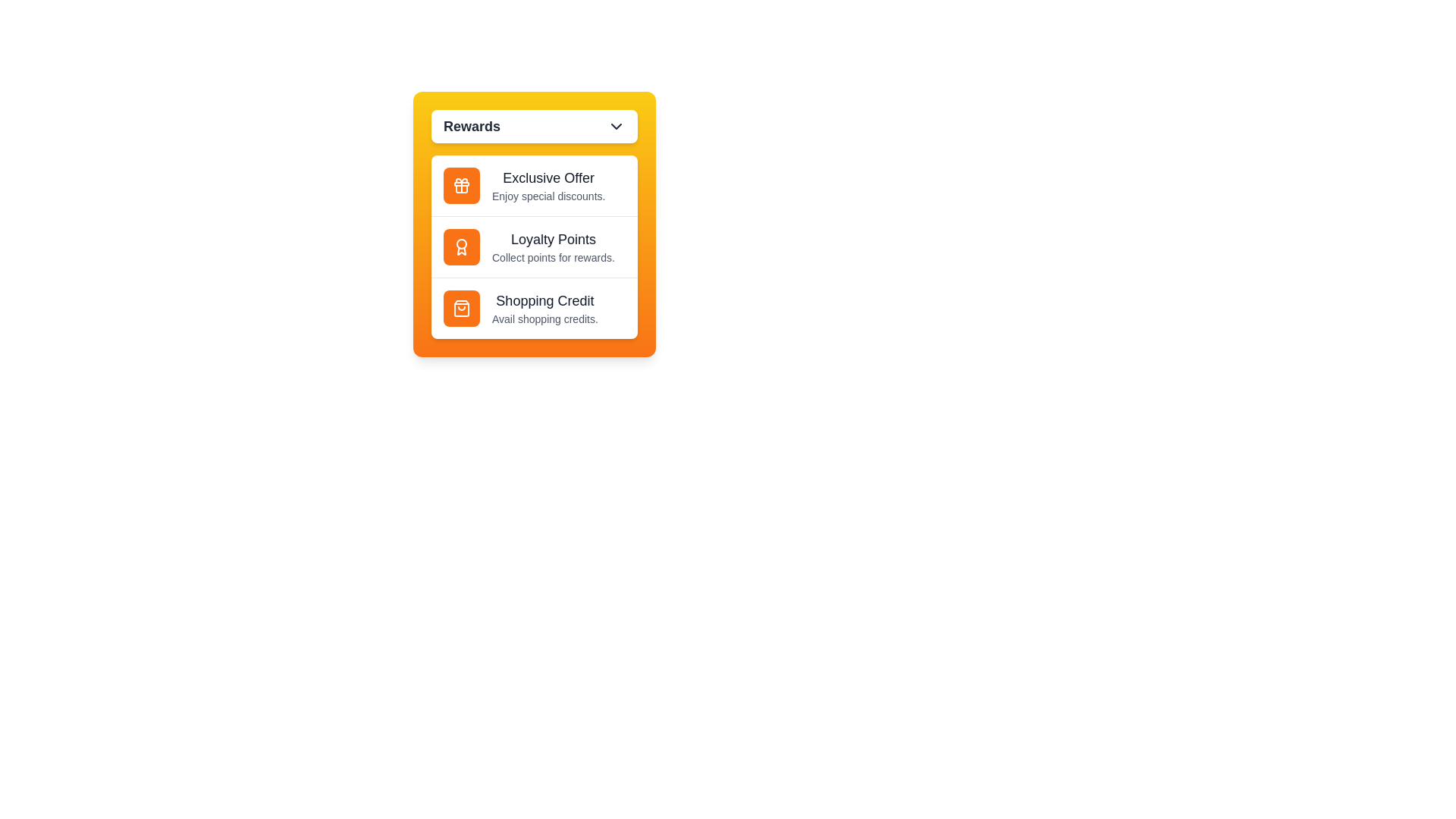 The height and width of the screenshot is (819, 1456). What do you see at coordinates (535, 125) in the screenshot?
I see `the 'Rewards' dropdown button located at the top section of the card` at bounding box center [535, 125].